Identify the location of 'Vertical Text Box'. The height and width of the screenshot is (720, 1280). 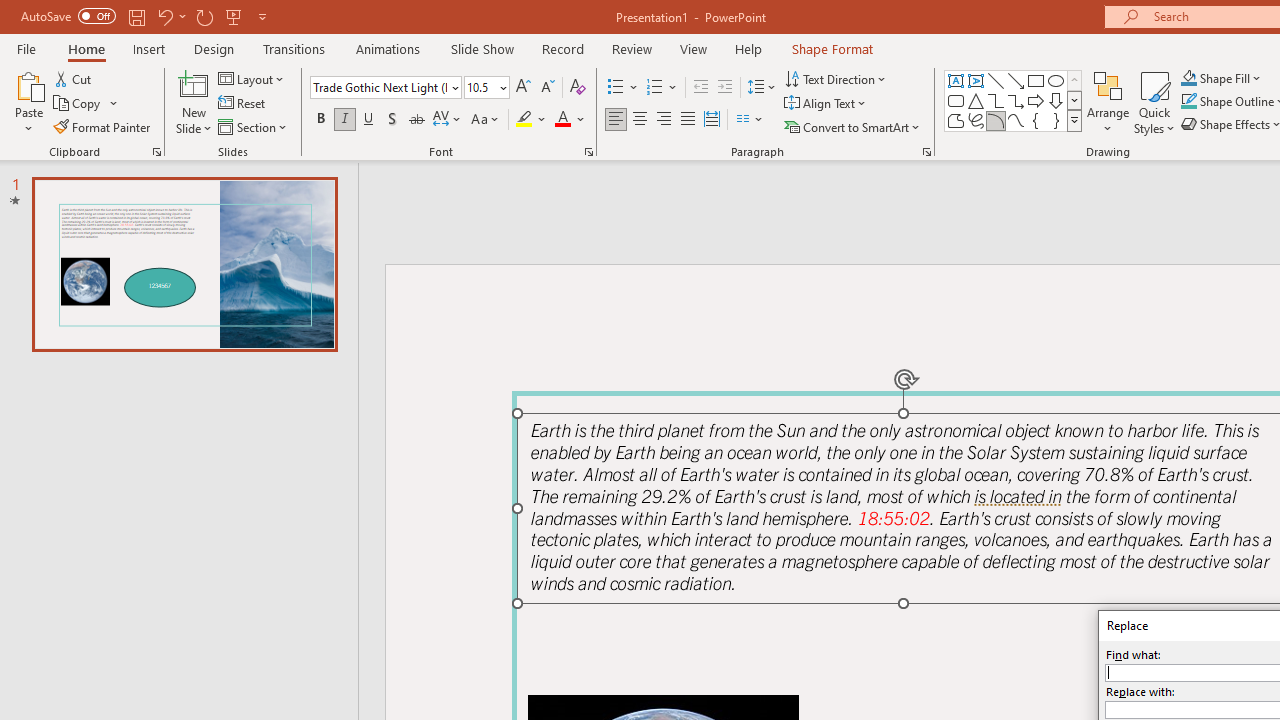
(976, 80).